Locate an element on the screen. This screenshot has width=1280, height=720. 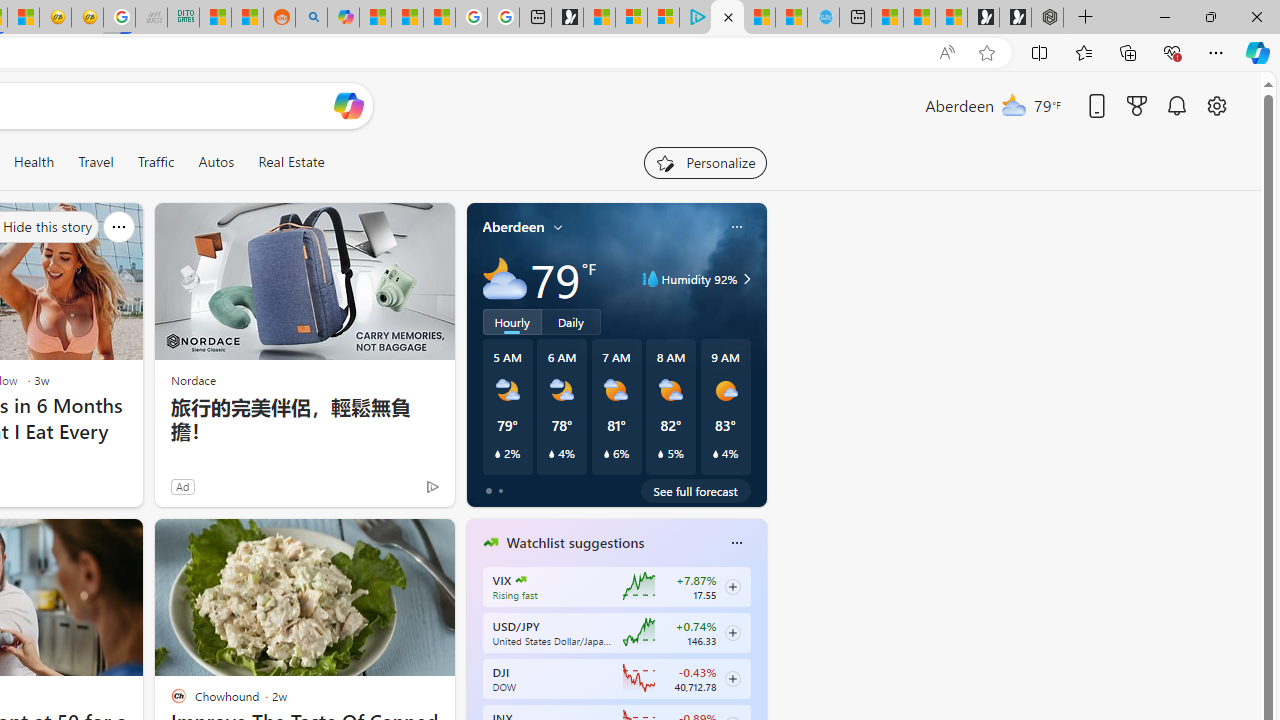
'Autos' is located at coordinates (216, 161).